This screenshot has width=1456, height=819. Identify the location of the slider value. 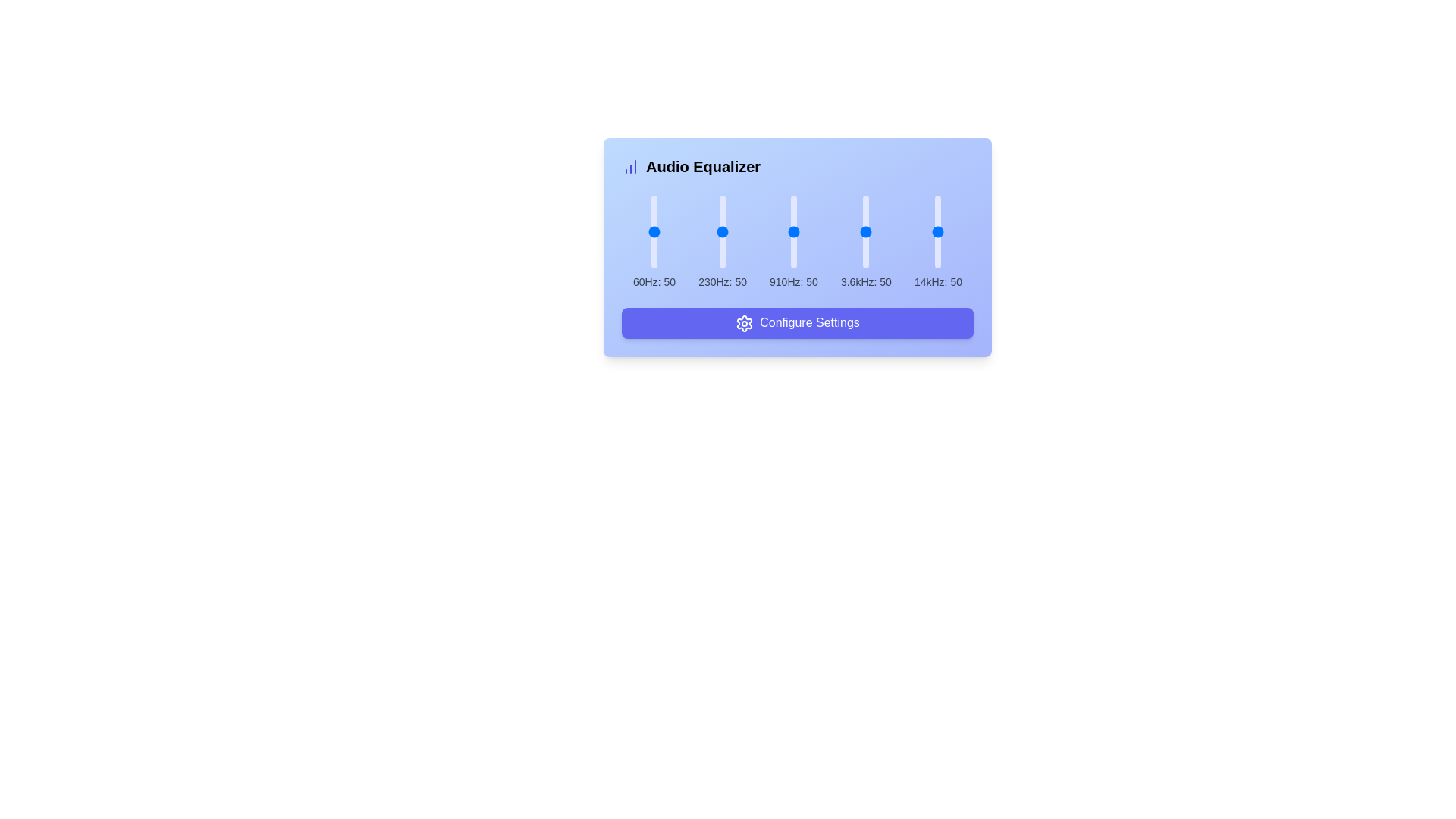
(937, 237).